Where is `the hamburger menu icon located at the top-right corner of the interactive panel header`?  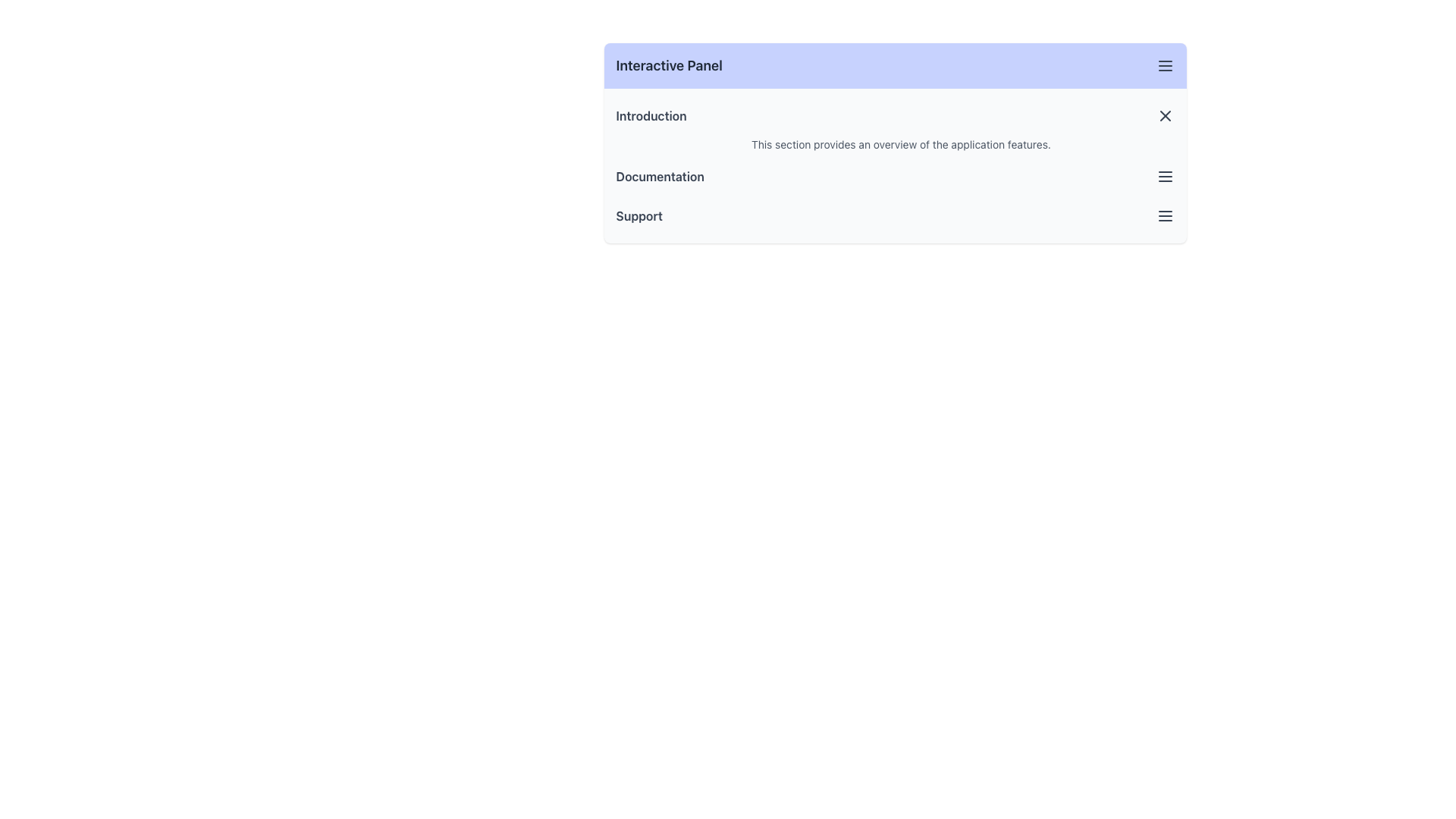
the hamburger menu icon located at the top-right corner of the interactive panel header is located at coordinates (1164, 65).